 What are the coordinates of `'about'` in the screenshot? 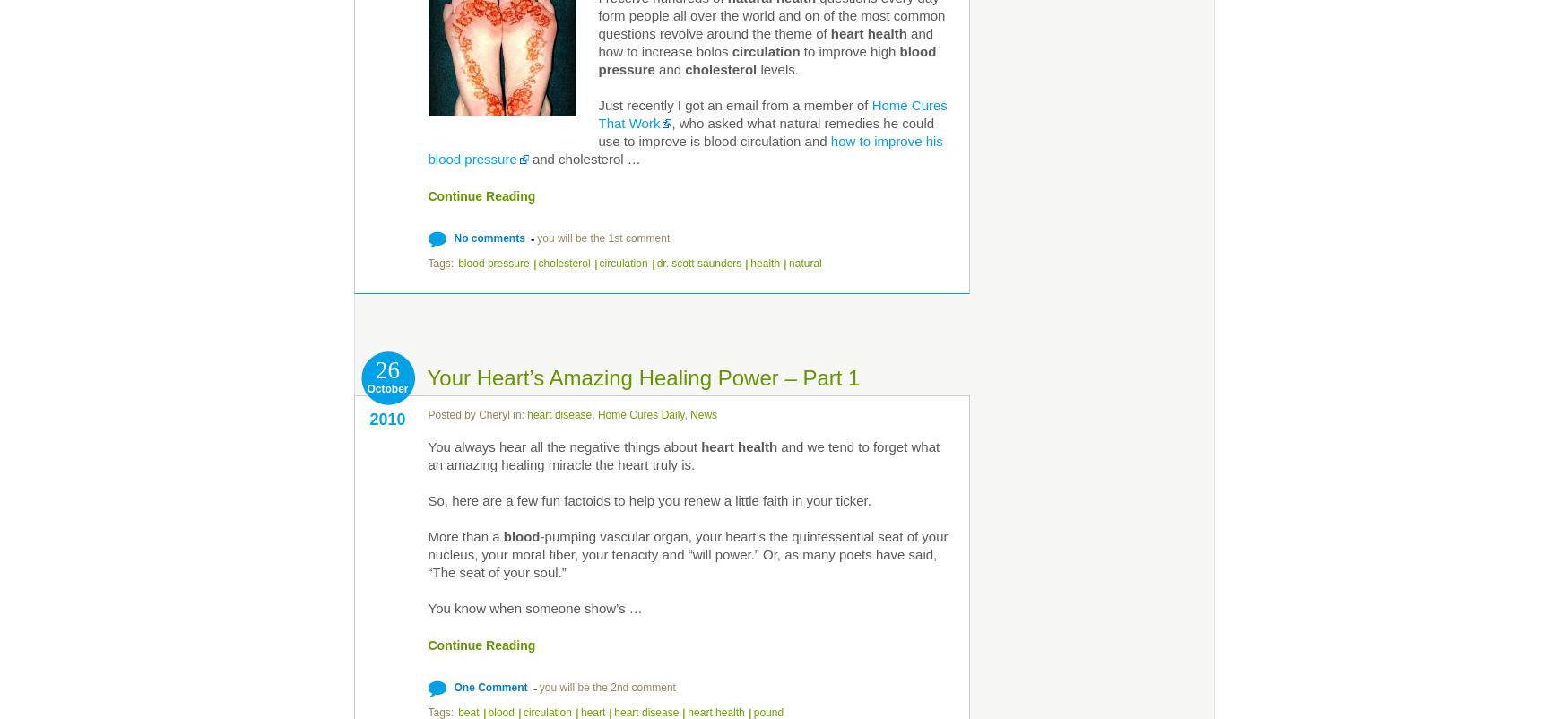 It's located at (680, 446).